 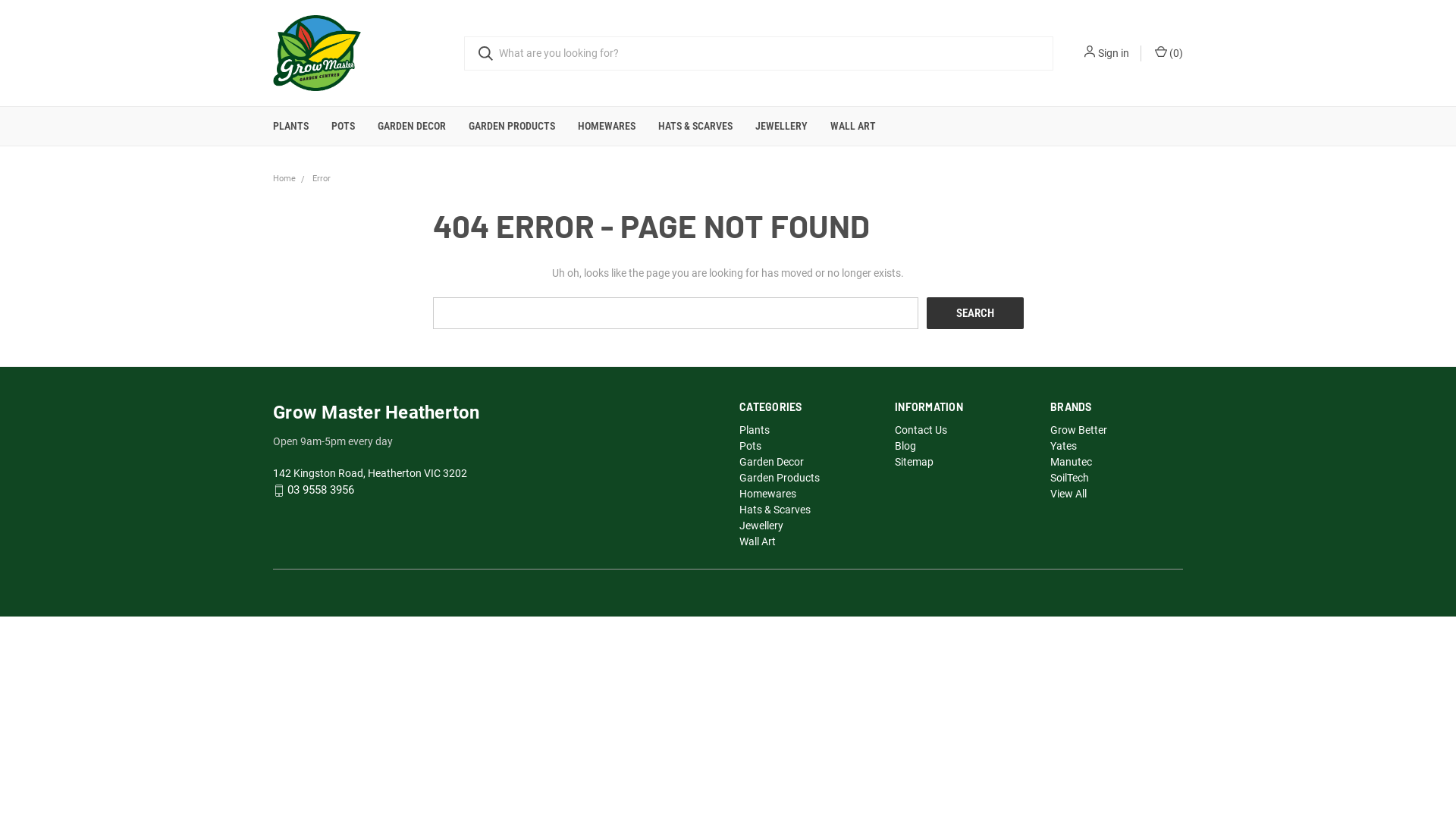 I want to click on 'Wall Art', so click(x=757, y=540).